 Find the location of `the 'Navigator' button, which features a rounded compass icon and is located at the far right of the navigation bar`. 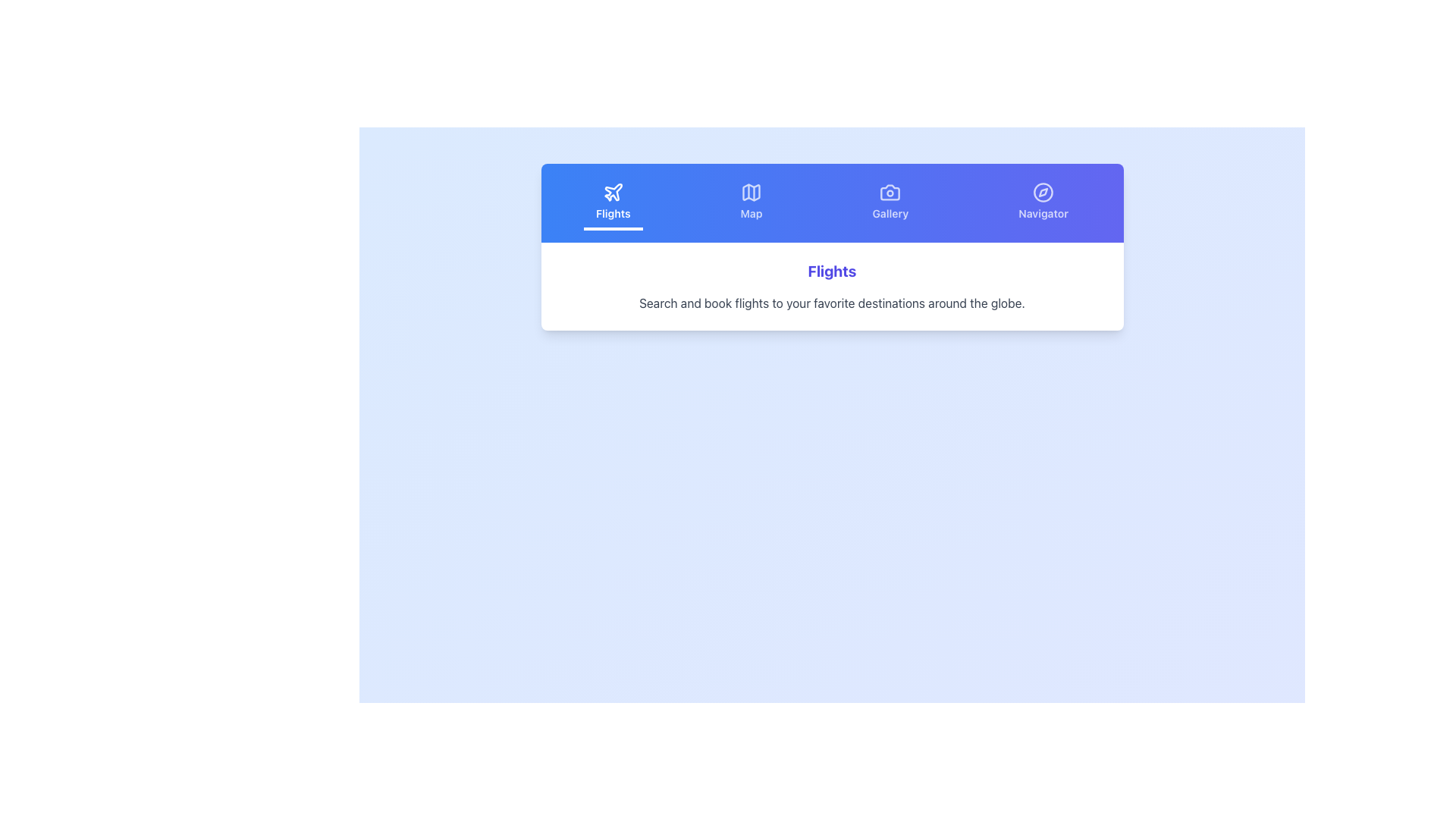

the 'Navigator' button, which features a rounded compass icon and is located at the far right of the navigation bar is located at coordinates (1043, 202).